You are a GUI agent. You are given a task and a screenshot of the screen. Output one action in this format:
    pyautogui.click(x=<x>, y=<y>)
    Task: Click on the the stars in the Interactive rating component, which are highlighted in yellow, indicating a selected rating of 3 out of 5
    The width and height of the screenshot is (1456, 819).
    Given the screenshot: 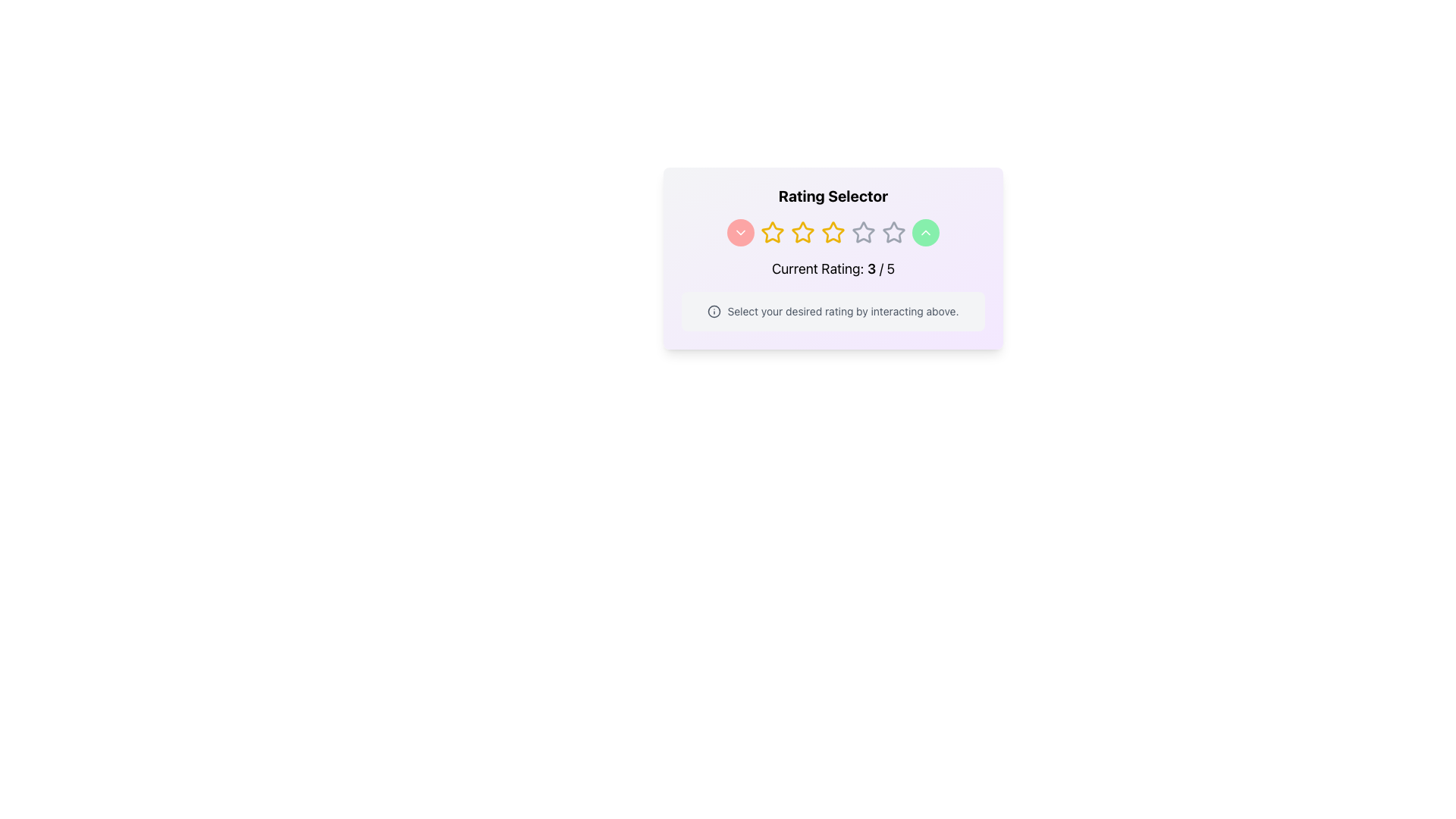 What is the action you would take?
    pyautogui.click(x=833, y=257)
    